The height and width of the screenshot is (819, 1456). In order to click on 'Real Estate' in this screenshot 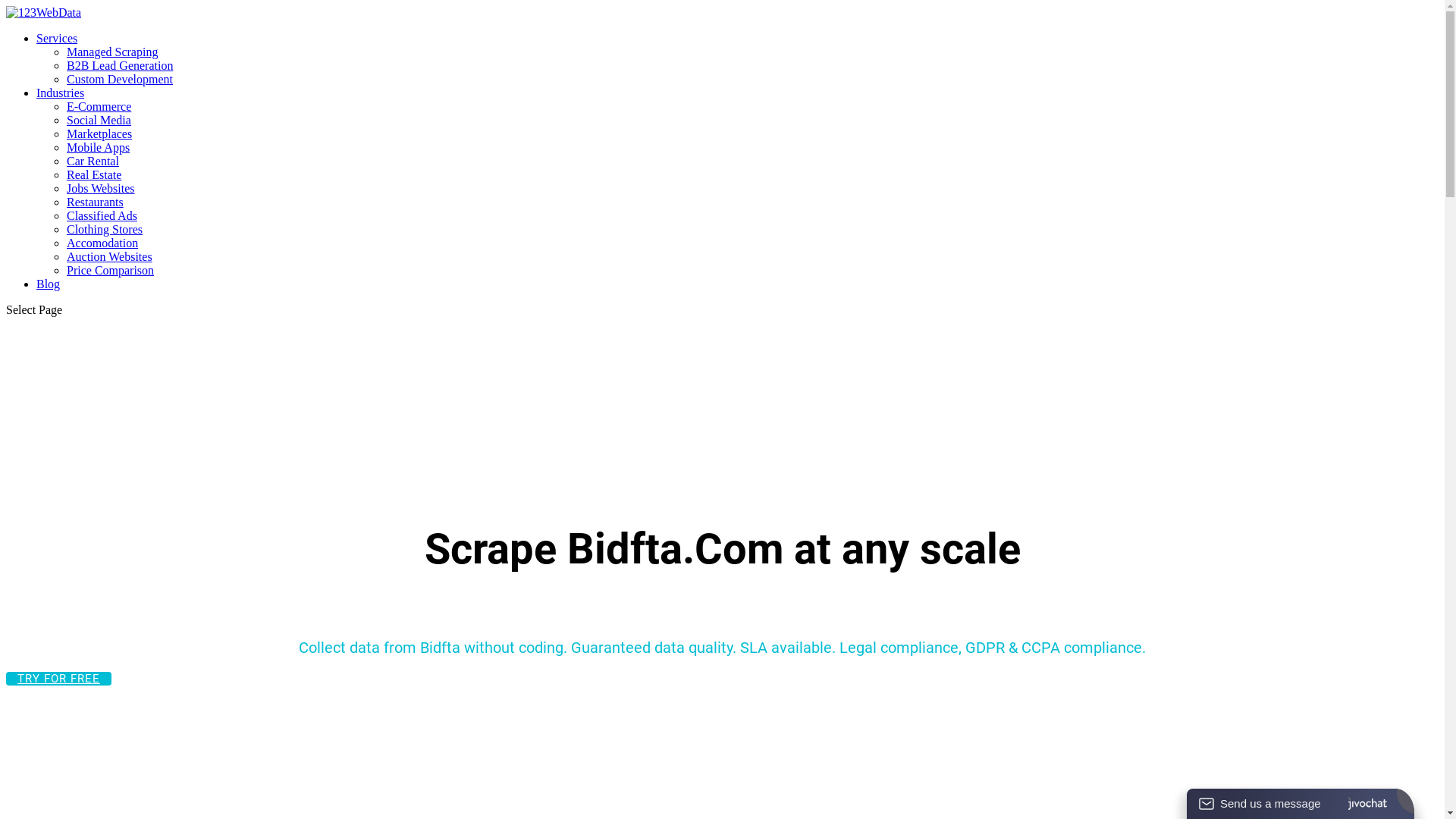, I will do `click(93, 174)`.